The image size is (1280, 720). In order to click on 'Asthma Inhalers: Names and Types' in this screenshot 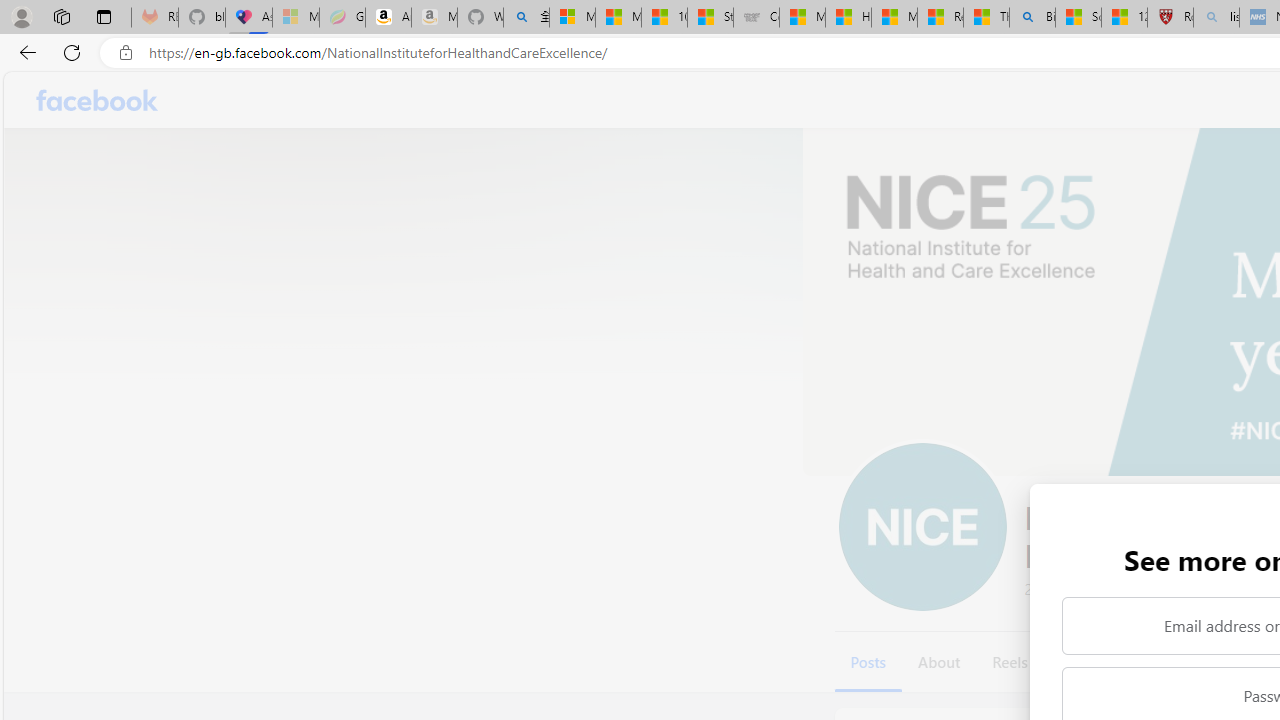, I will do `click(248, 17)`.